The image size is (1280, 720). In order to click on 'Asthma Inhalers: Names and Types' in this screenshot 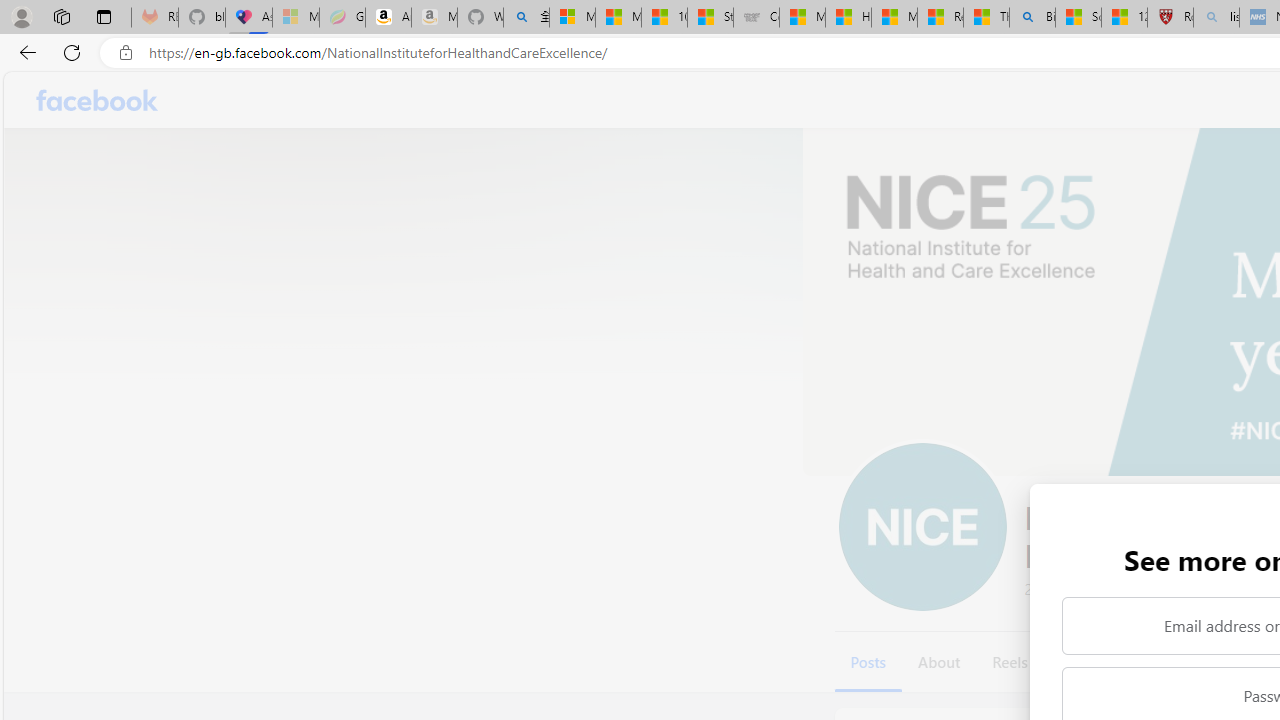, I will do `click(248, 17)`.